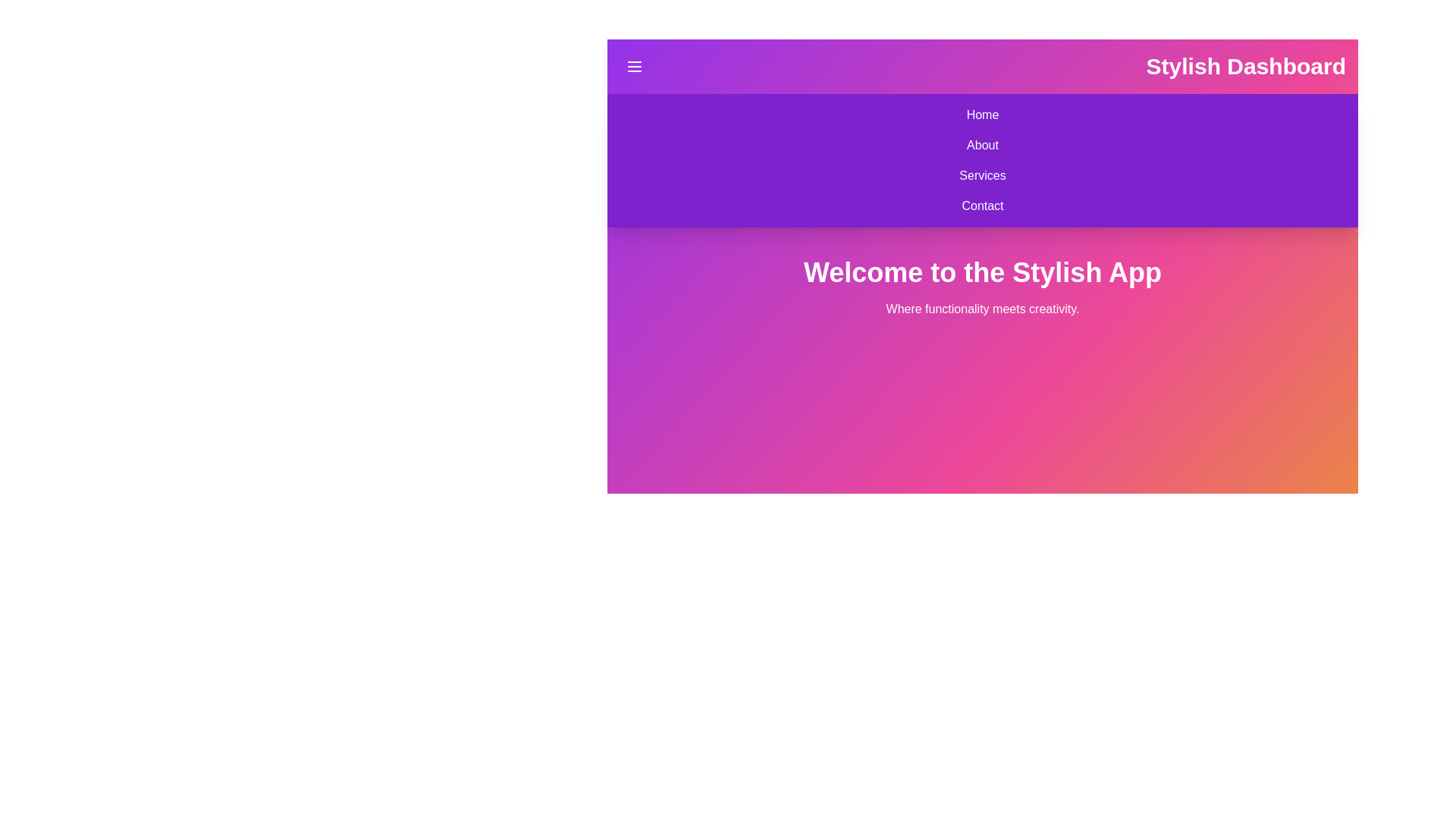 The width and height of the screenshot is (1456, 819). Describe the element at coordinates (619, 206) in the screenshot. I see `the Contact from the navigation menu` at that location.